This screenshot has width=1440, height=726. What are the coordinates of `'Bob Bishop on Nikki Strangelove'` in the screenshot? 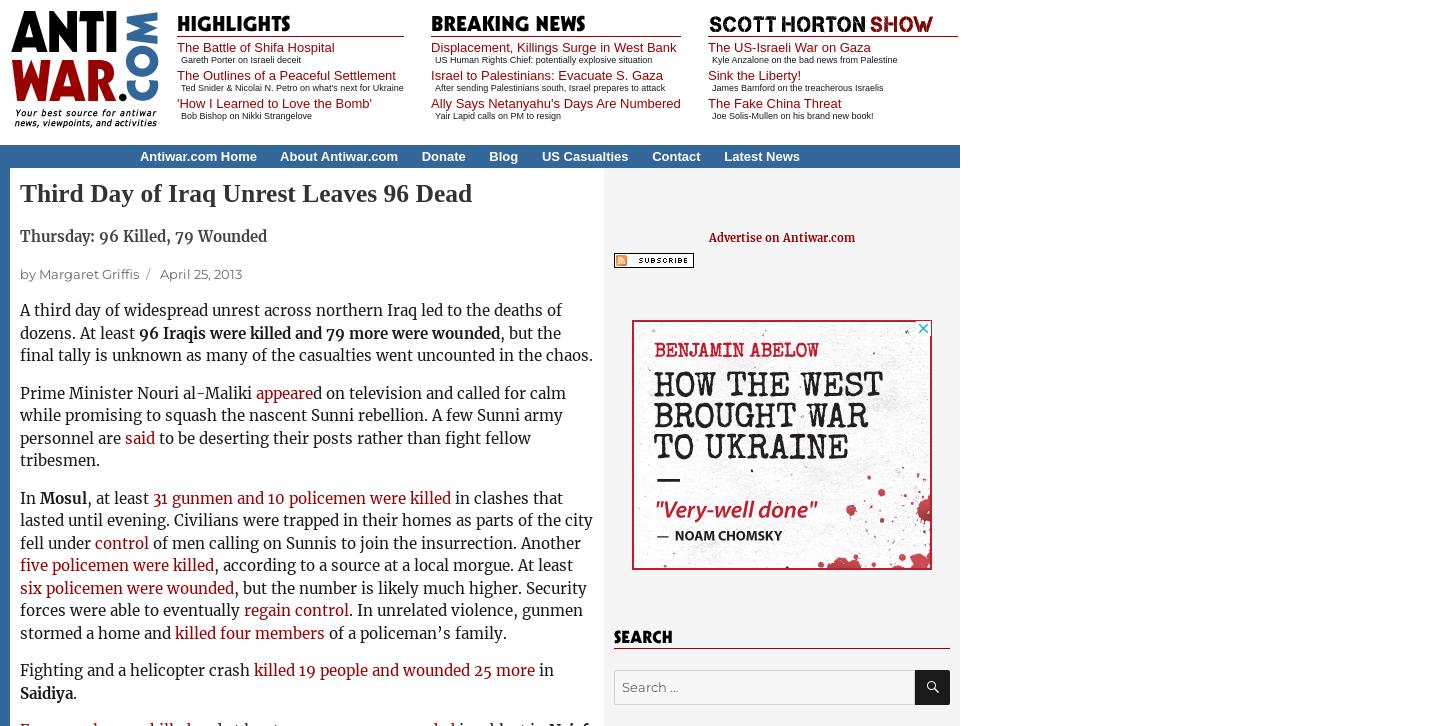 It's located at (245, 116).